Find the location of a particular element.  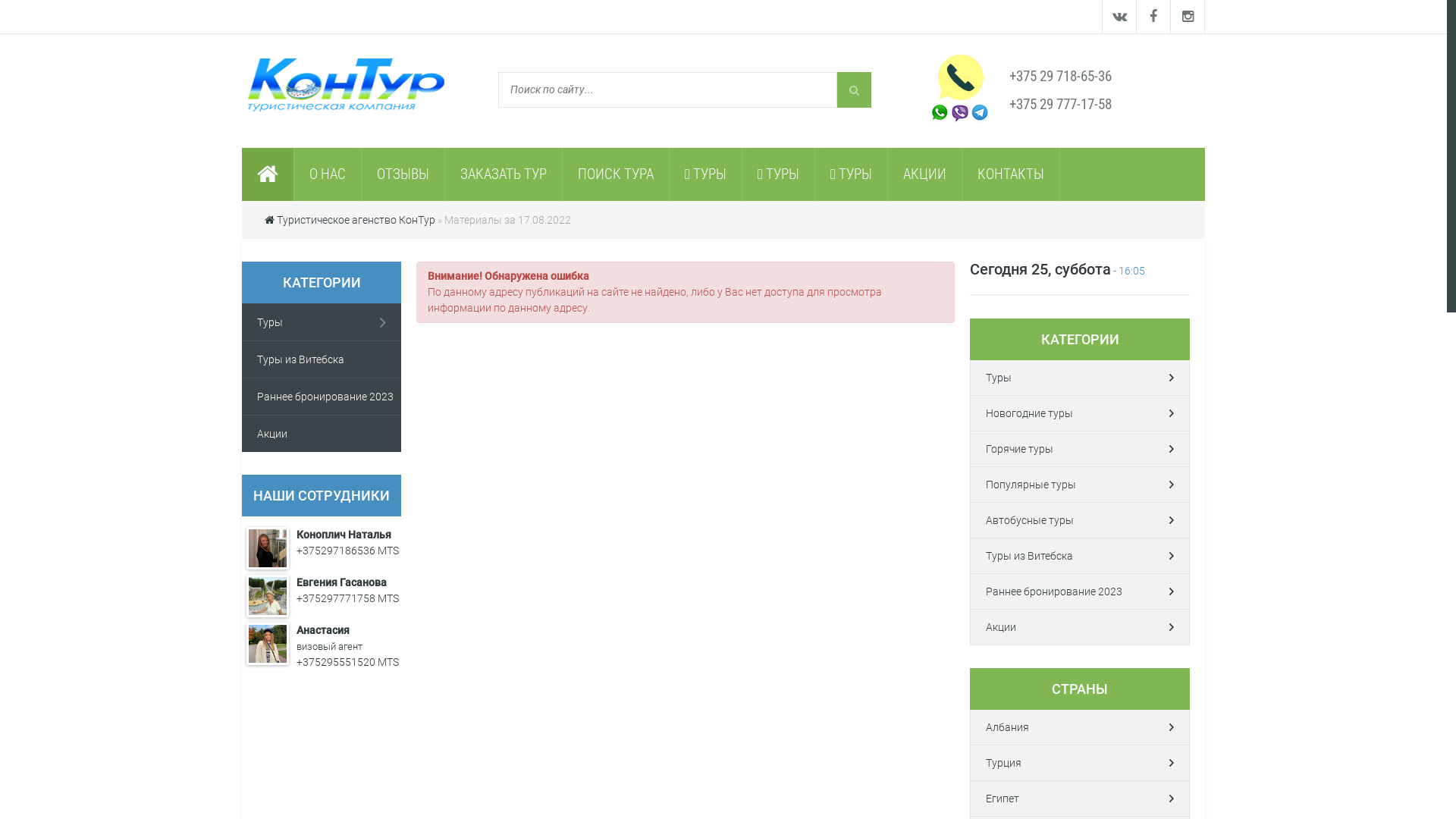

'instagram' is located at coordinates (1187, 17).